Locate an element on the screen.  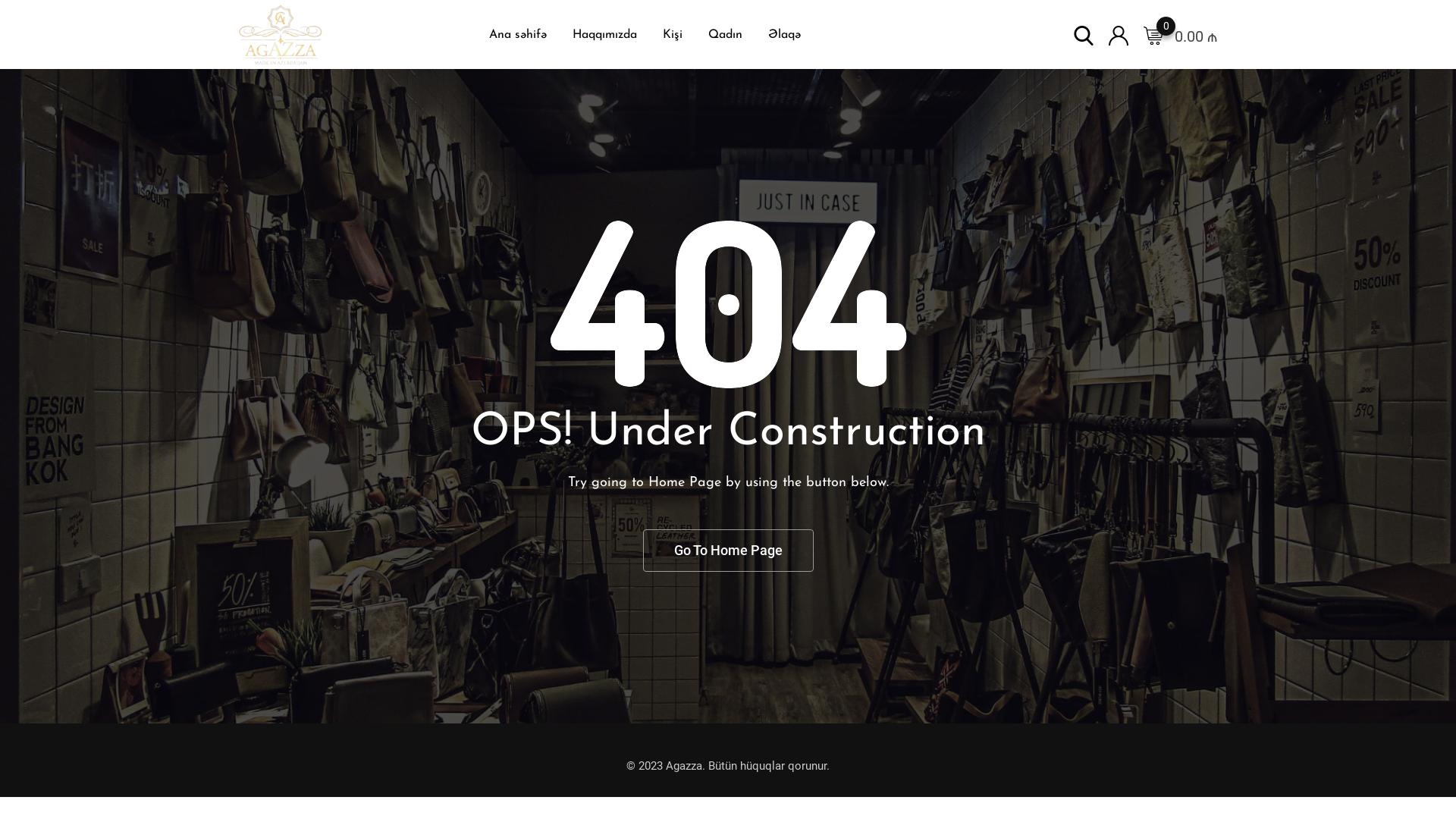
'Go To Home Page' is located at coordinates (728, 550).